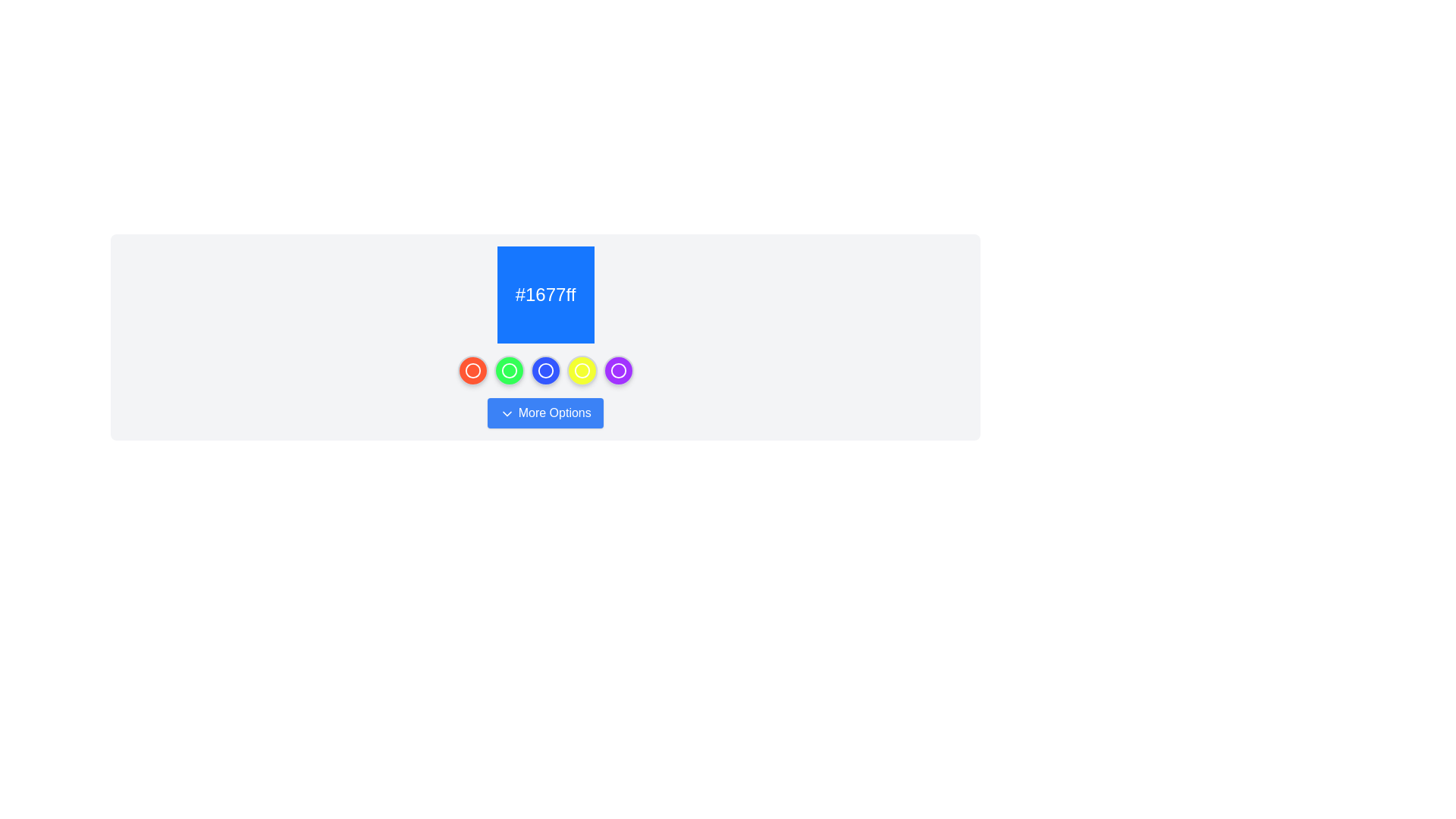  I want to click on the 'More Options' button, which is a blue rectangular button with rounded corners and white text, so click(545, 413).